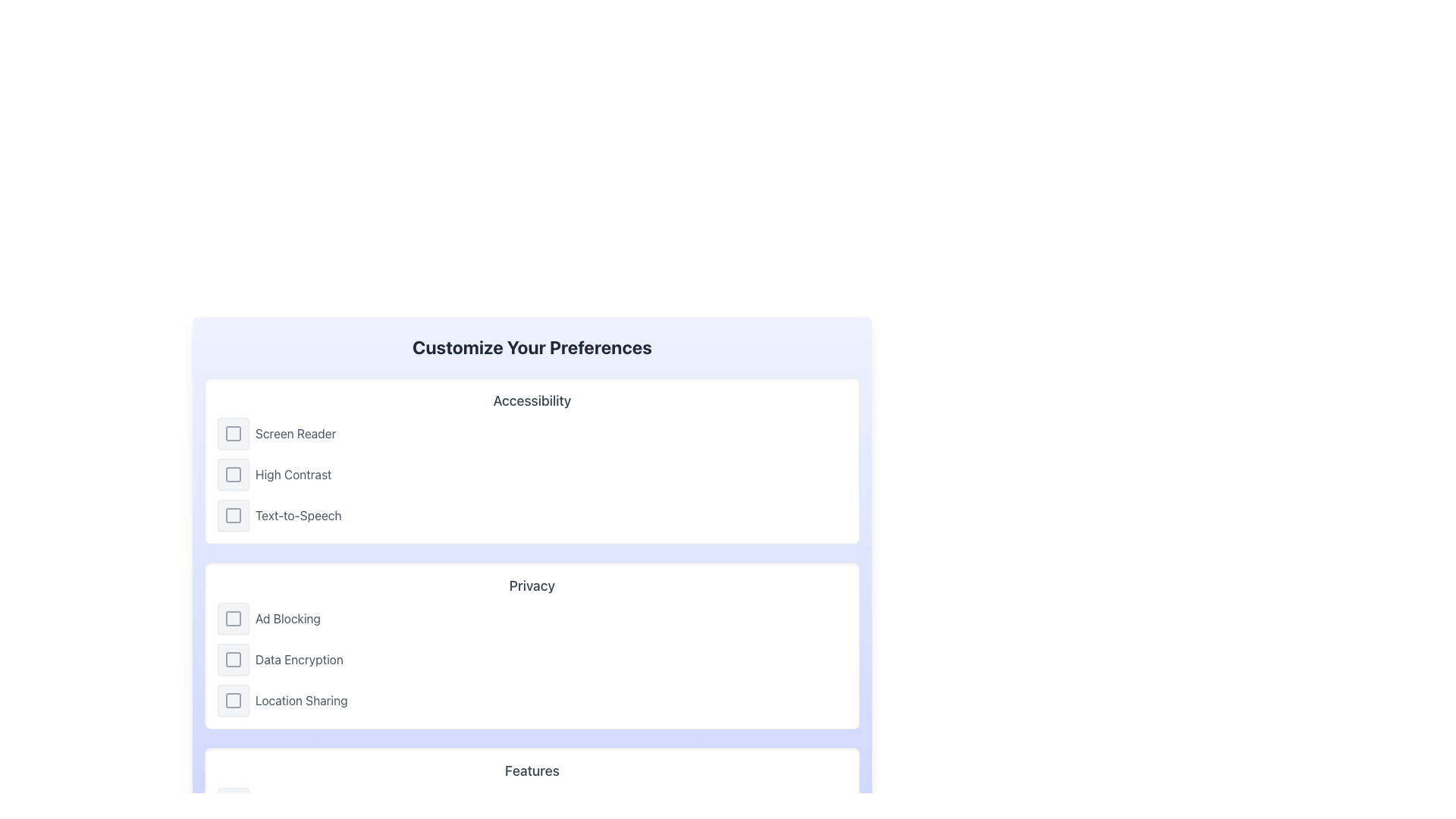 The width and height of the screenshot is (1456, 819). I want to click on the 'Data Encryption' text label, which is styled in gray and associated with a checkbox in the 'Privacy' section of the interface, so click(299, 659).